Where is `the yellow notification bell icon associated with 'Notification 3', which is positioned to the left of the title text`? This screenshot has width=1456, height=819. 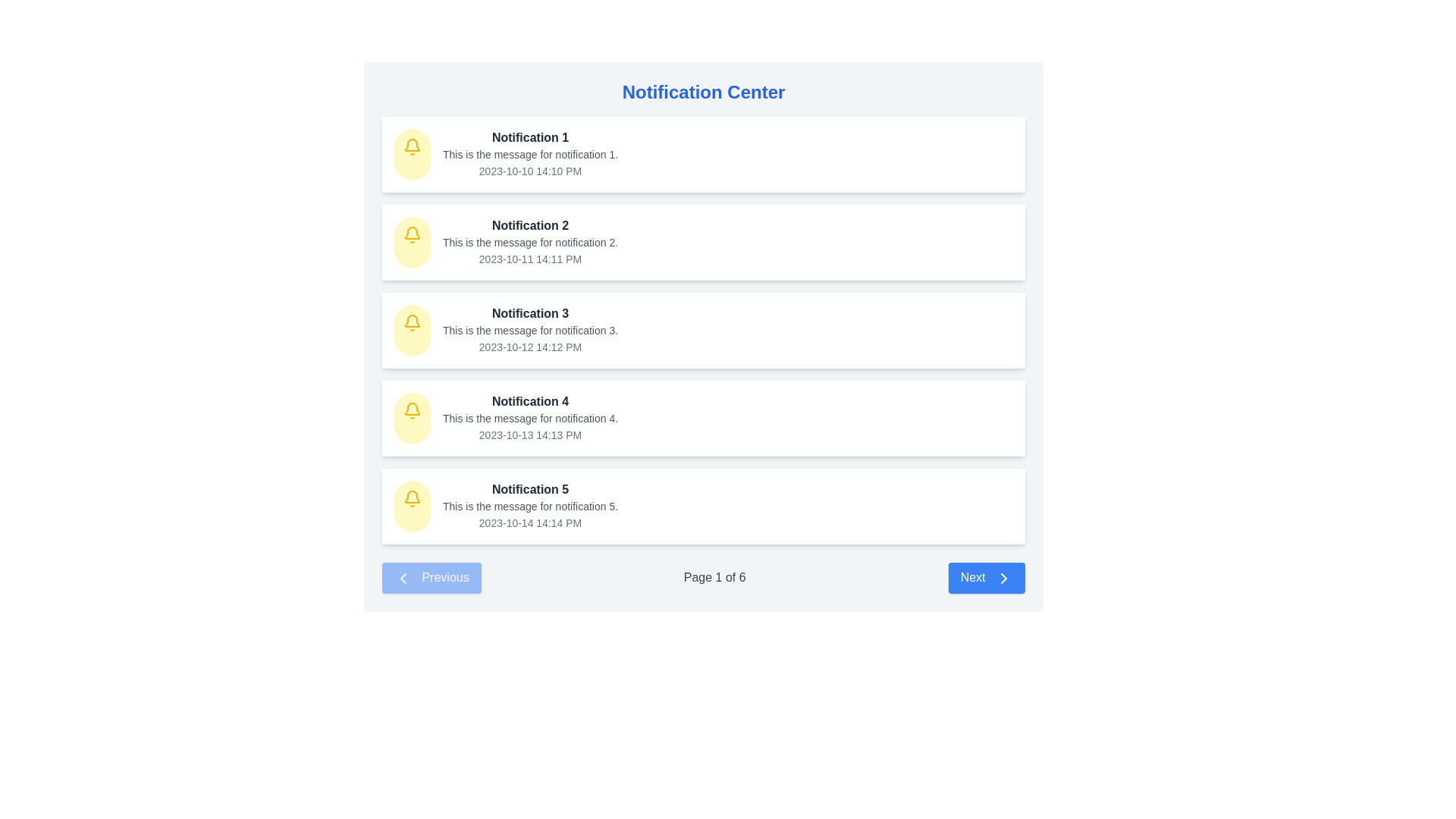 the yellow notification bell icon associated with 'Notification 3', which is positioned to the left of the title text is located at coordinates (412, 499).